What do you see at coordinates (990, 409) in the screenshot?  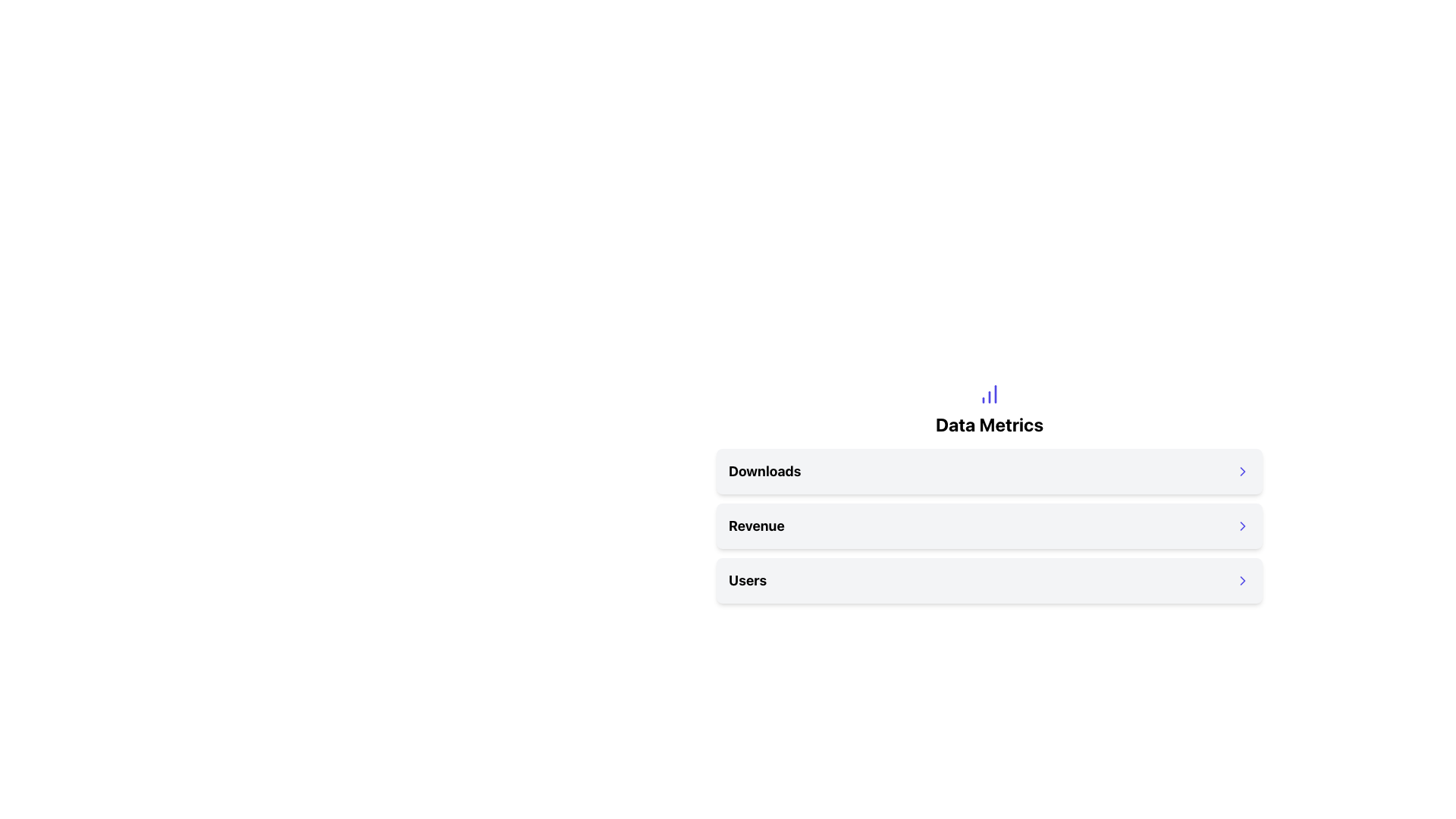 I see `the 'Data Metrics' header, which features bold text and a multi-bar chart icon above it, located in the upper section of the header area` at bounding box center [990, 409].